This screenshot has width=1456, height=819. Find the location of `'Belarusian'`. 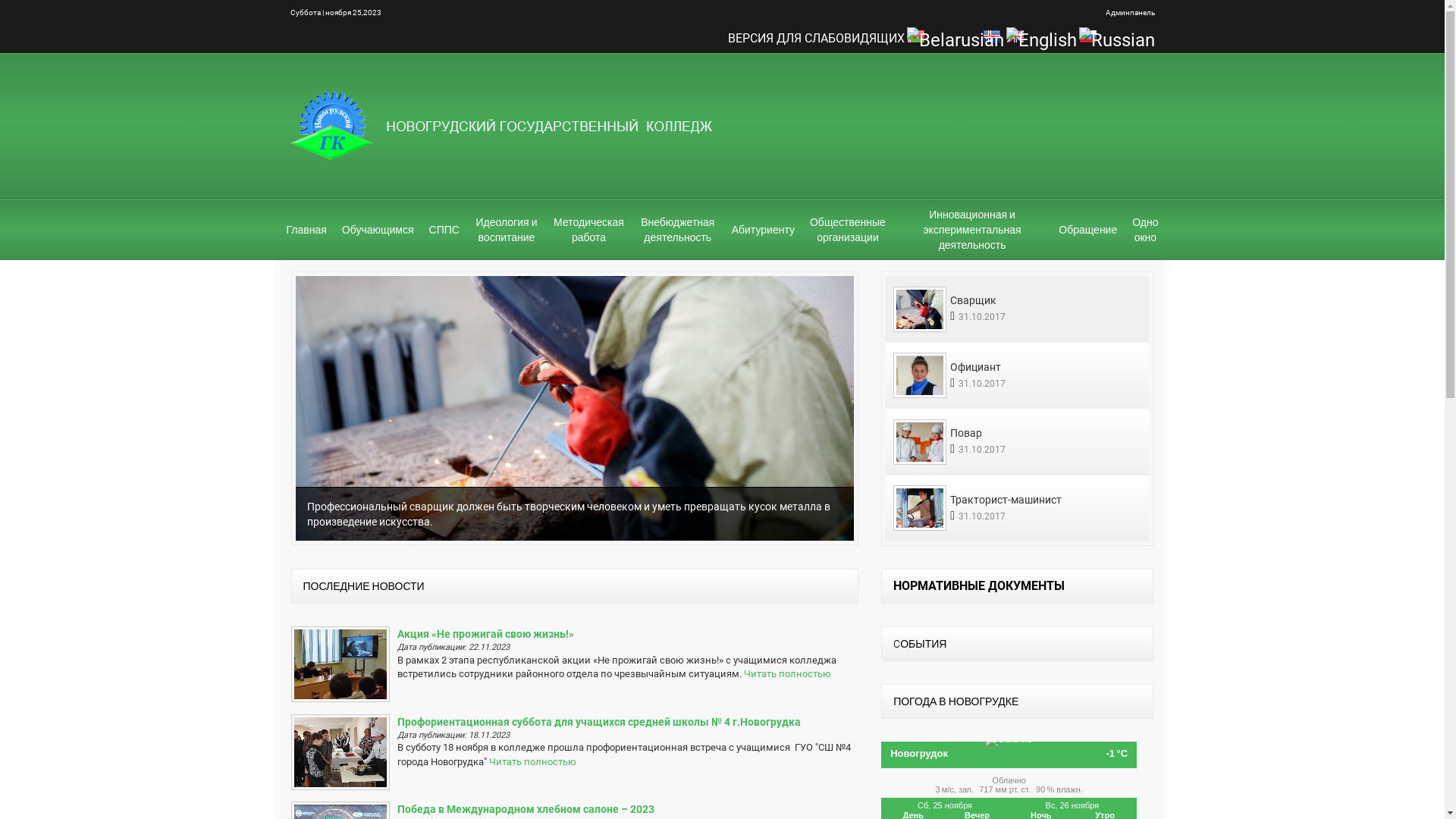

'Belarusian' is located at coordinates (954, 37).